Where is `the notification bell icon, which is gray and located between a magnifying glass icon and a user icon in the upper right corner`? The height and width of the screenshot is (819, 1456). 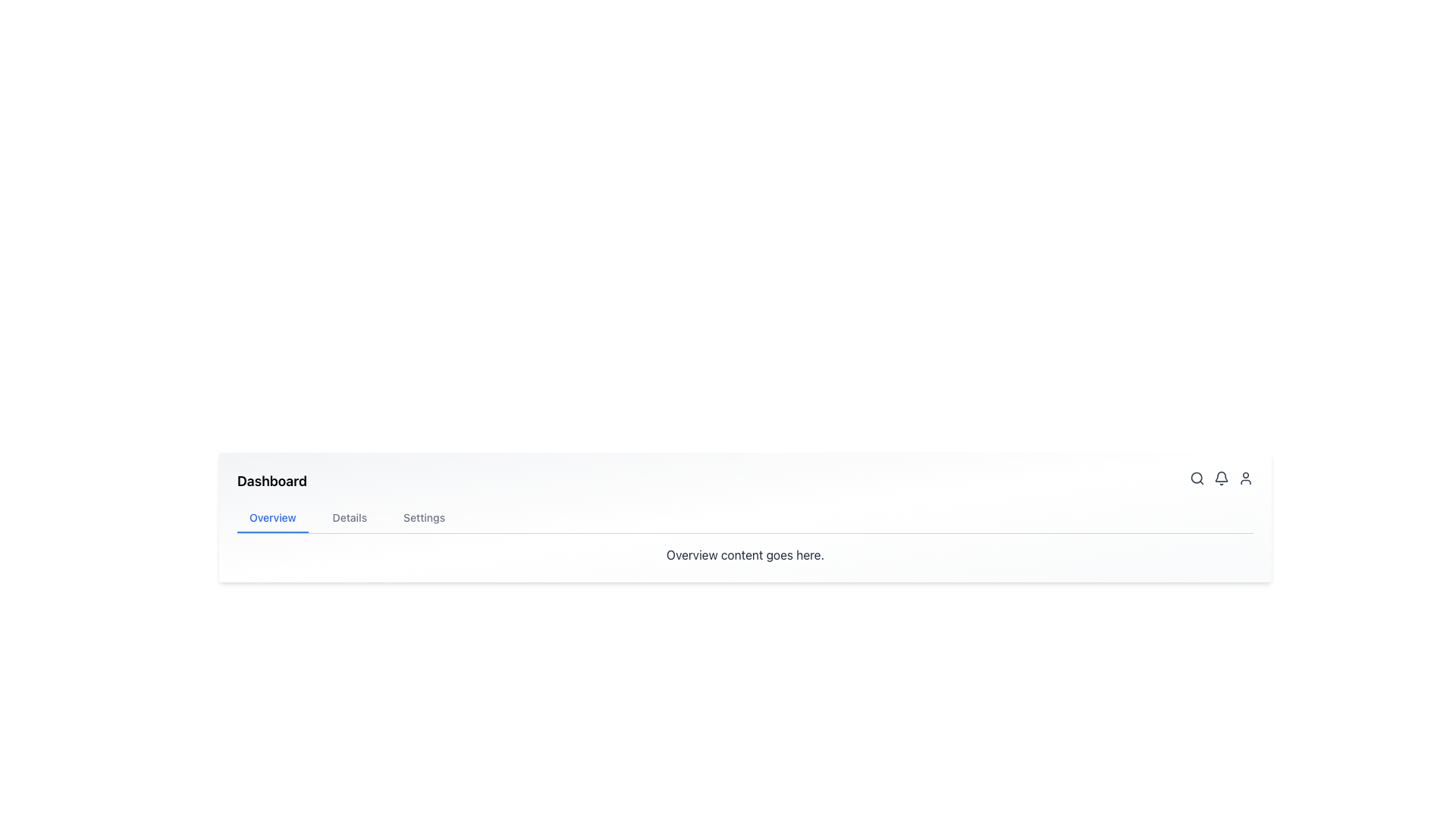 the notification bell icon, which is gray and located between a magnifying glass icon and a user icon in the upper right corner is located at coordinates (1222, 482).